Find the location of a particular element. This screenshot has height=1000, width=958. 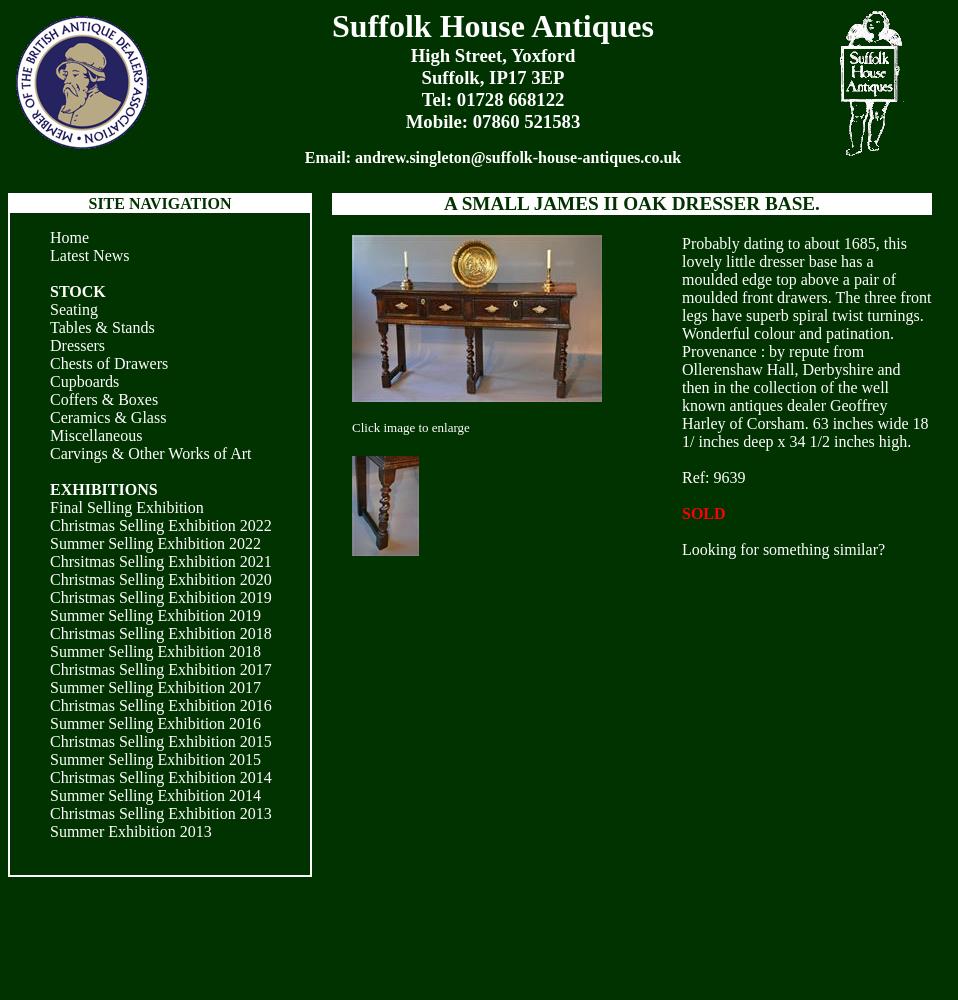

'Probably dating to about 1685, this lovely little dresser base has a moulded edge top above a pair of moulded front drawers. The three front legs have superb spiral twist turnings. Wonderful colour and patination. Provenance : by repute from Ollerenshaw Hall, Derbyshire and then in the collection of the well known antiques dealer Geoffrey Harley of Corsham. 63 inches wide 18 1/ inches deep x 34 1/2 inches high.' is located at coordinates (805, 341).